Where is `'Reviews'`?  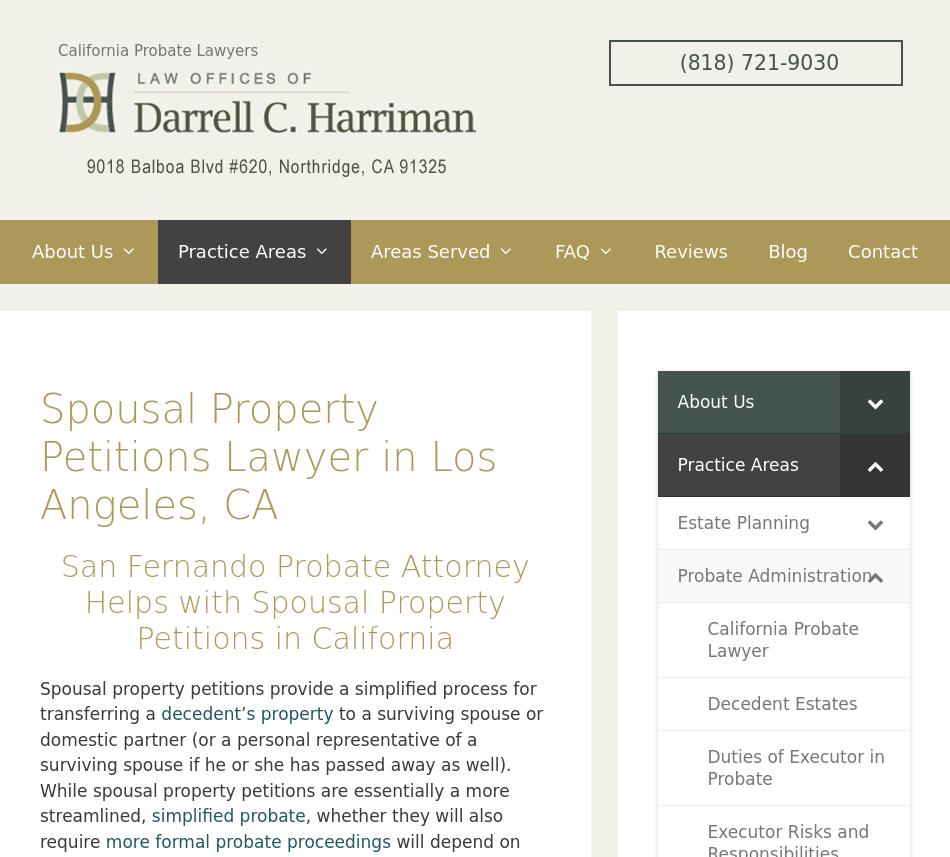 'Reviews' is located at coordinates (691, 250).